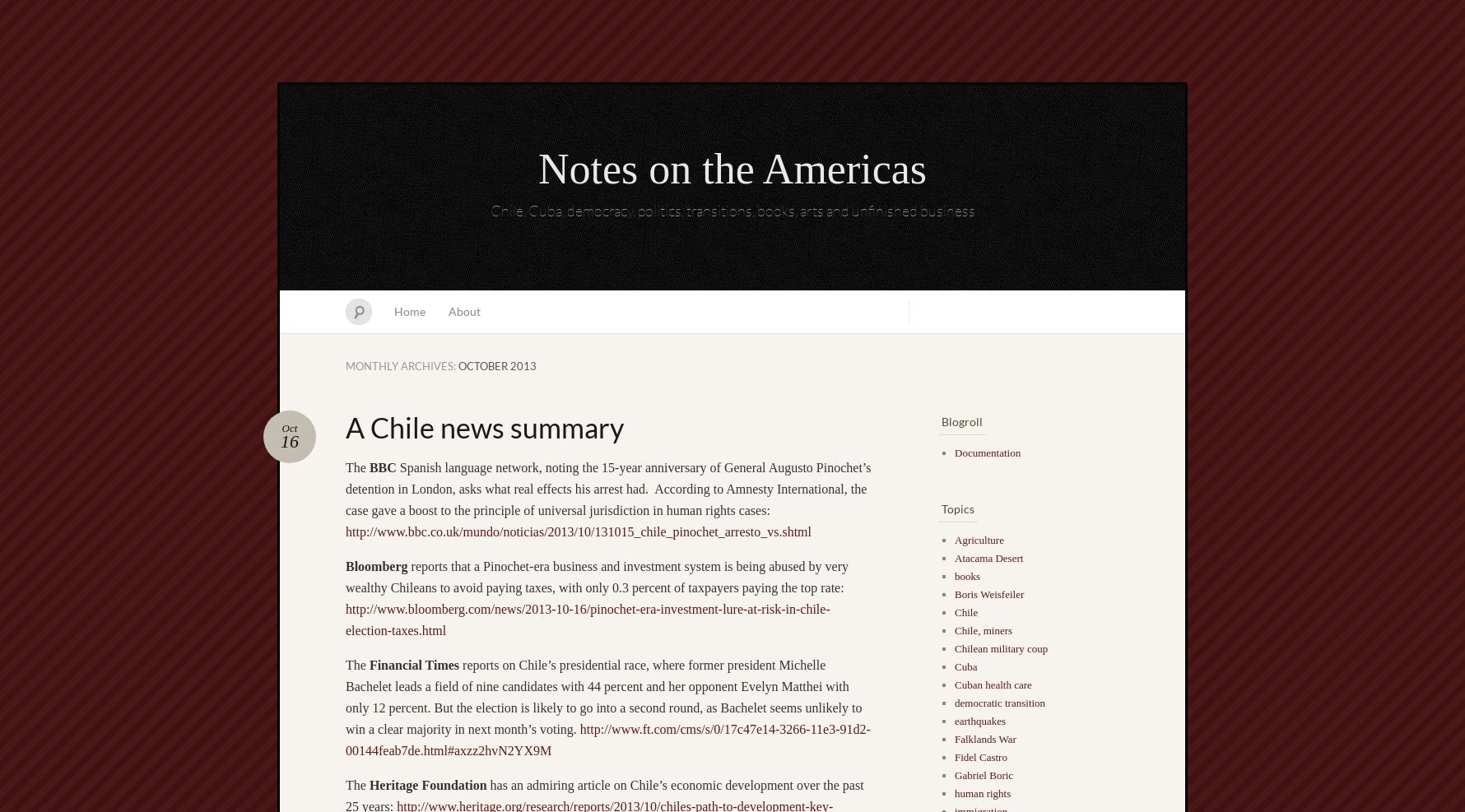 The image size is (1465, 812). Describe the element at coordinates (369, 784) in the screenshot. I see `'Heritage Foundation'` at that location.